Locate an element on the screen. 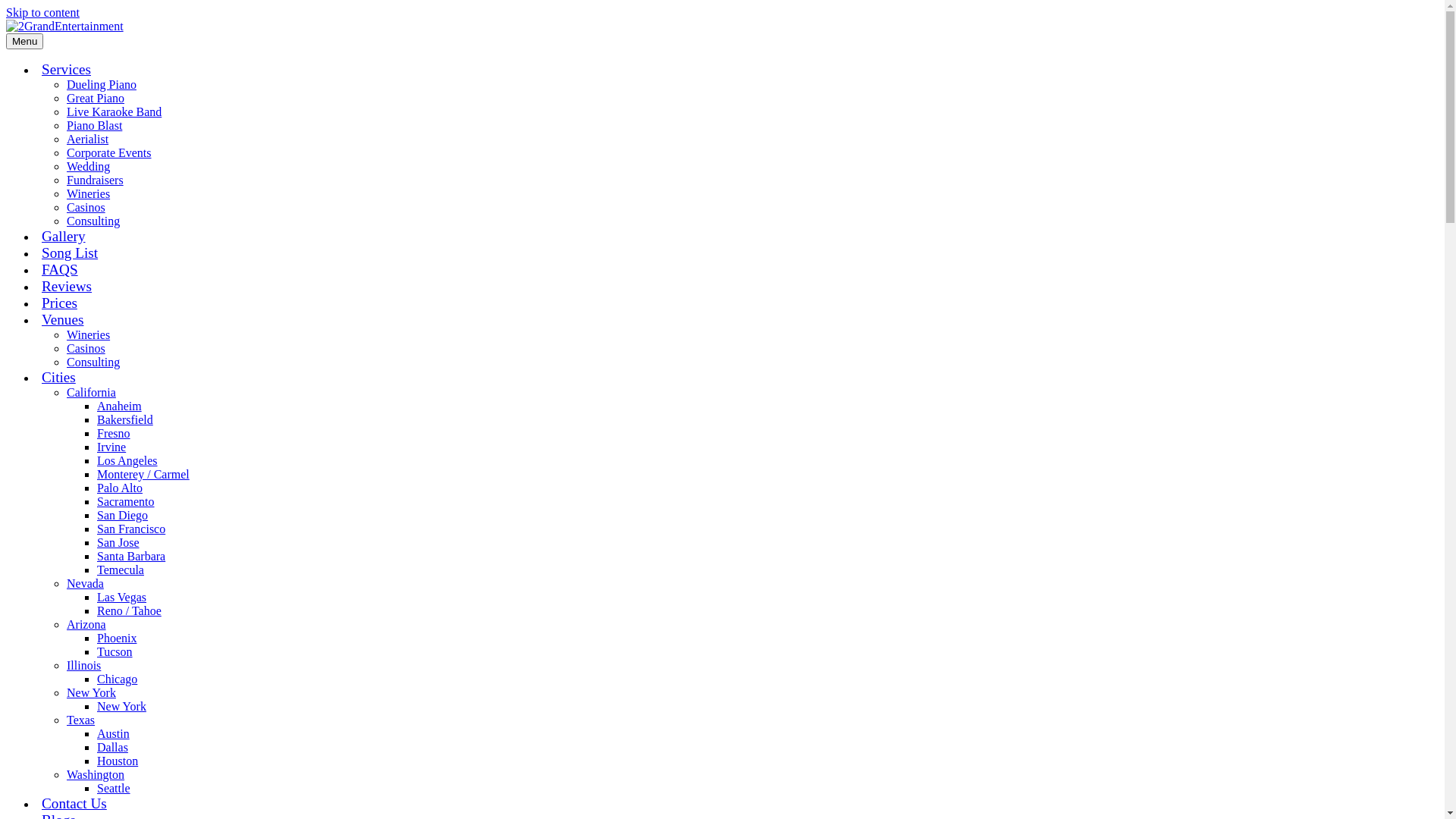 The width and height of the screenshot is (1456, 819). 'FAQS' is located at coordinates (59, 268).